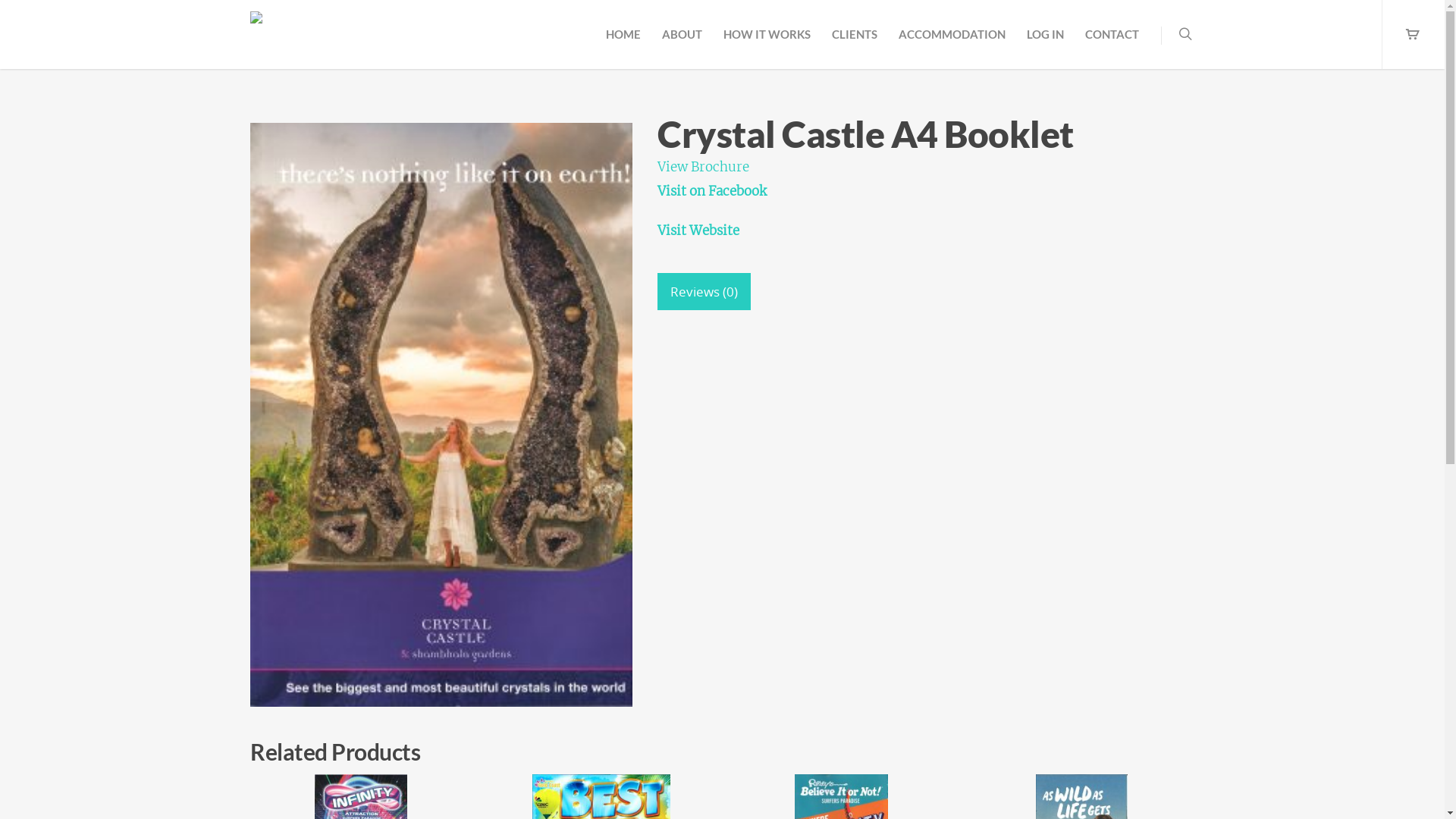 This screenshot has height=819, width=1456. Describe the element at coordinates (711, 190) in the screenshot. I see `'Visit on Facebook'` at that location.